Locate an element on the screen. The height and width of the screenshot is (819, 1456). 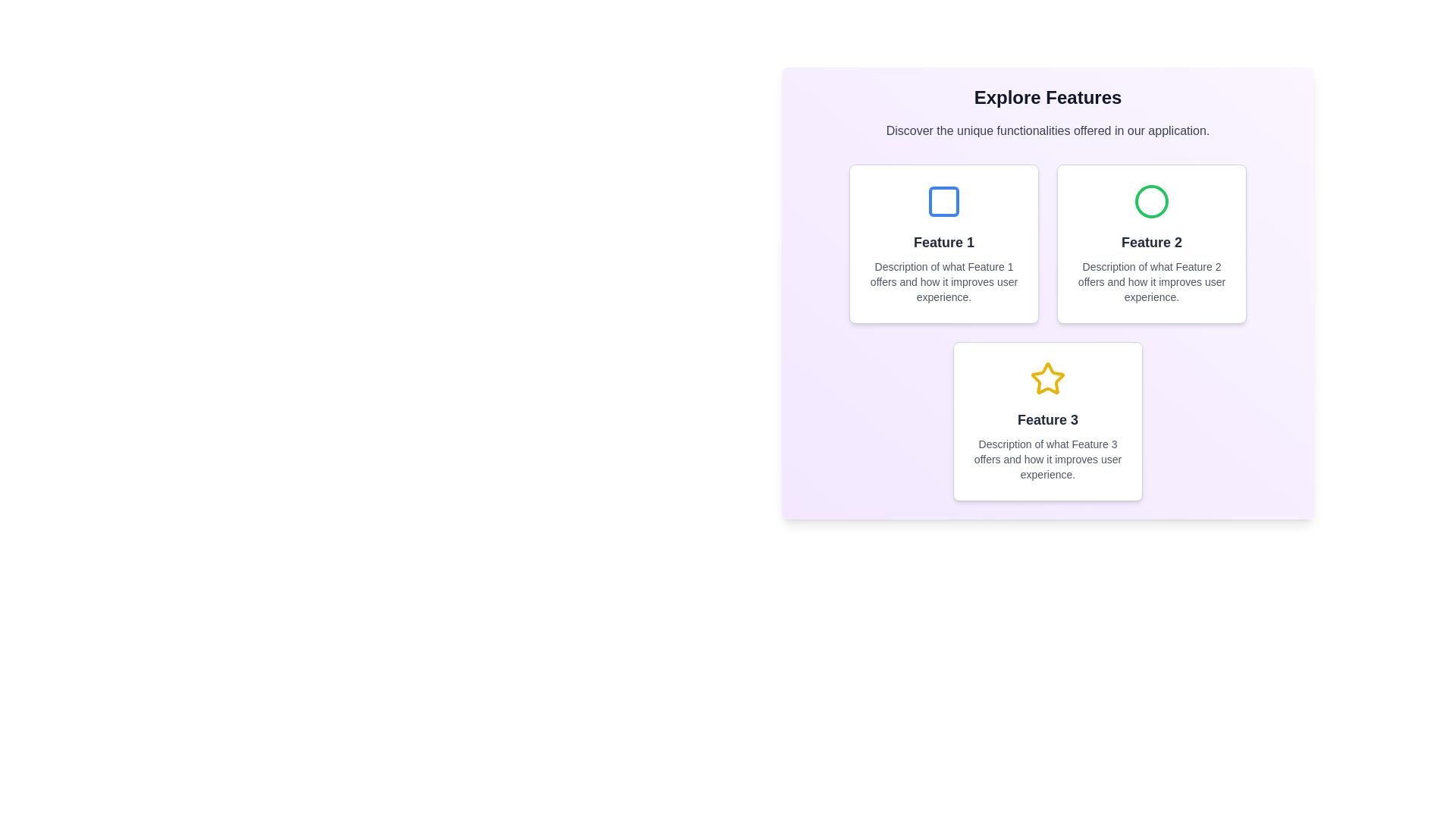
Icon located at the center of the 'Feature 3' card, which is situated in the third slot of the feature list layout in the bottom row of the grid is located at coordinates (1047, 378).